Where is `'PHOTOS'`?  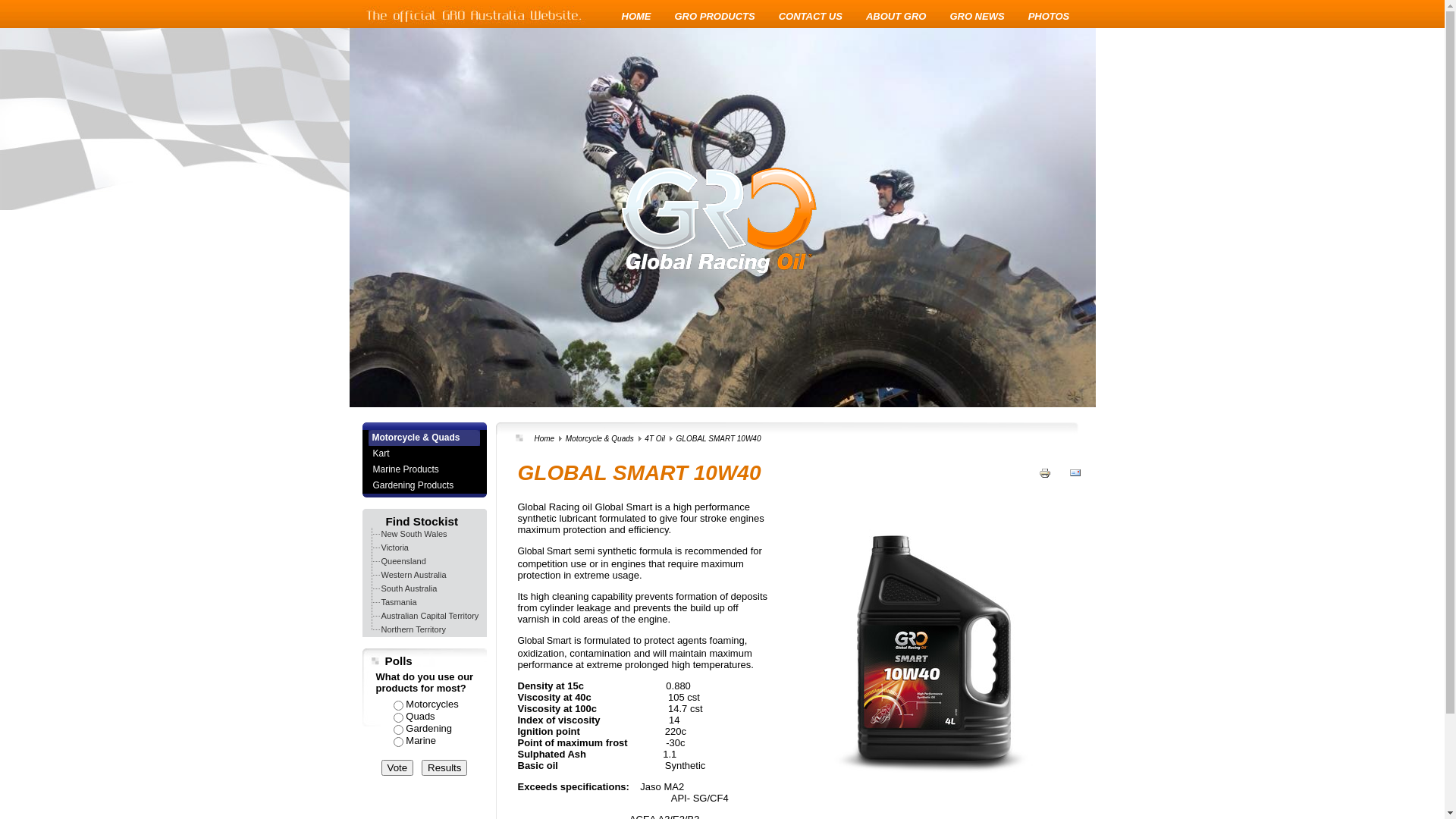
'PHOTOS' is located at coordinates (1048, 16).